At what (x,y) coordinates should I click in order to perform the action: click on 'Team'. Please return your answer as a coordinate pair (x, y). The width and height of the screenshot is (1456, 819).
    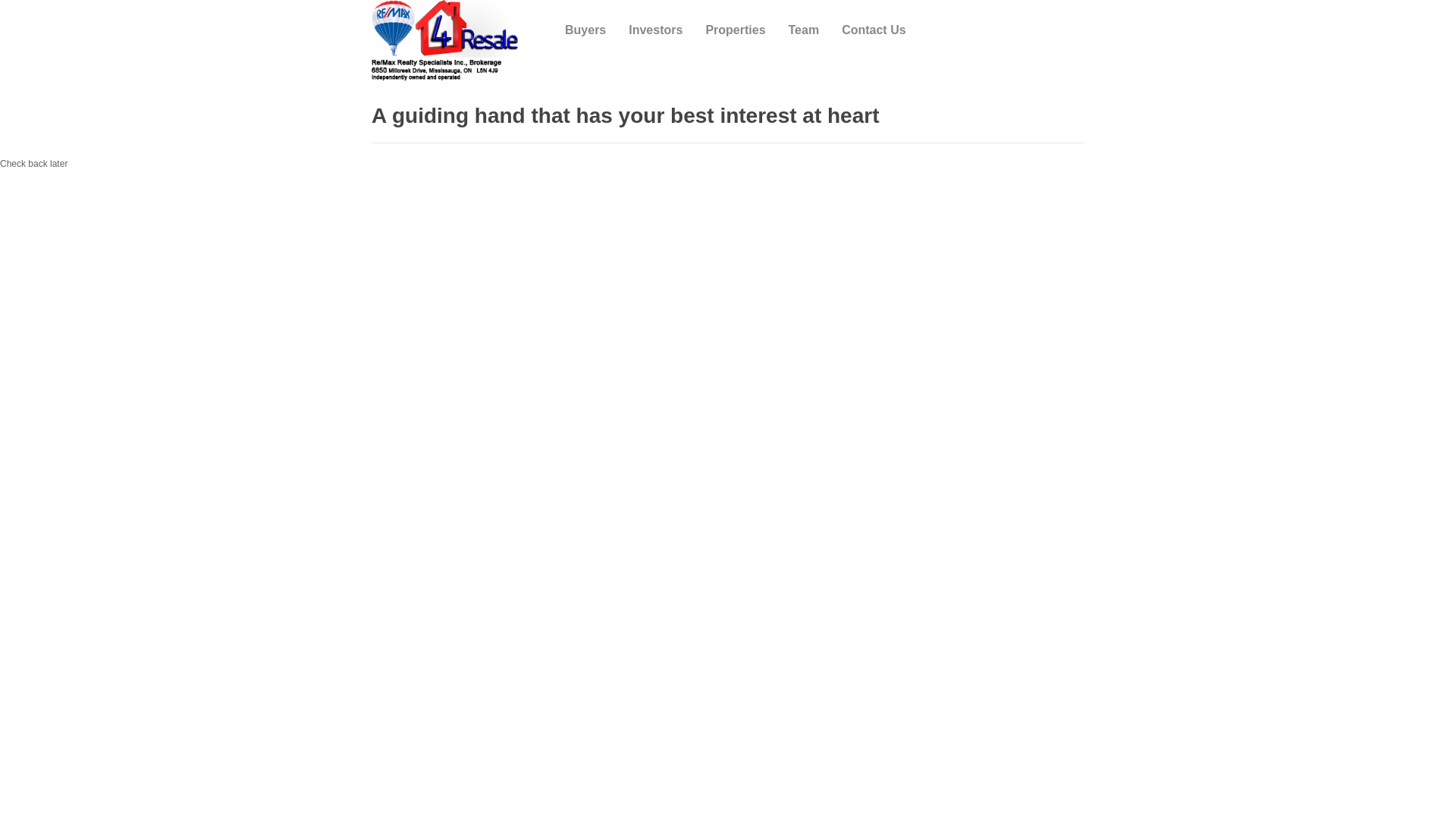
    Looking at the image, I should click on (803, 30).